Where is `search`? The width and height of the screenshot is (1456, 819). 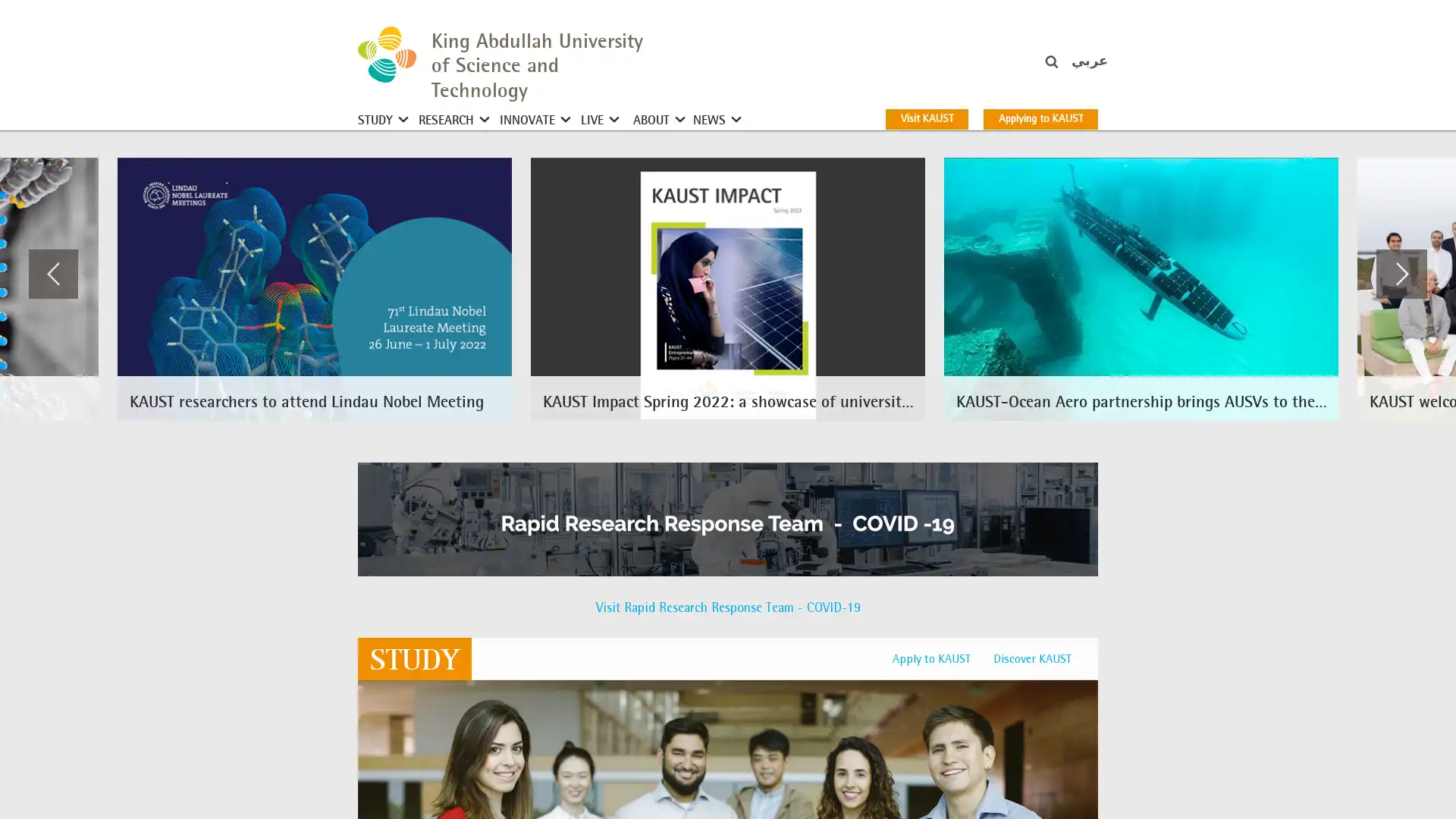
search is located at coordinates (1072, 69).